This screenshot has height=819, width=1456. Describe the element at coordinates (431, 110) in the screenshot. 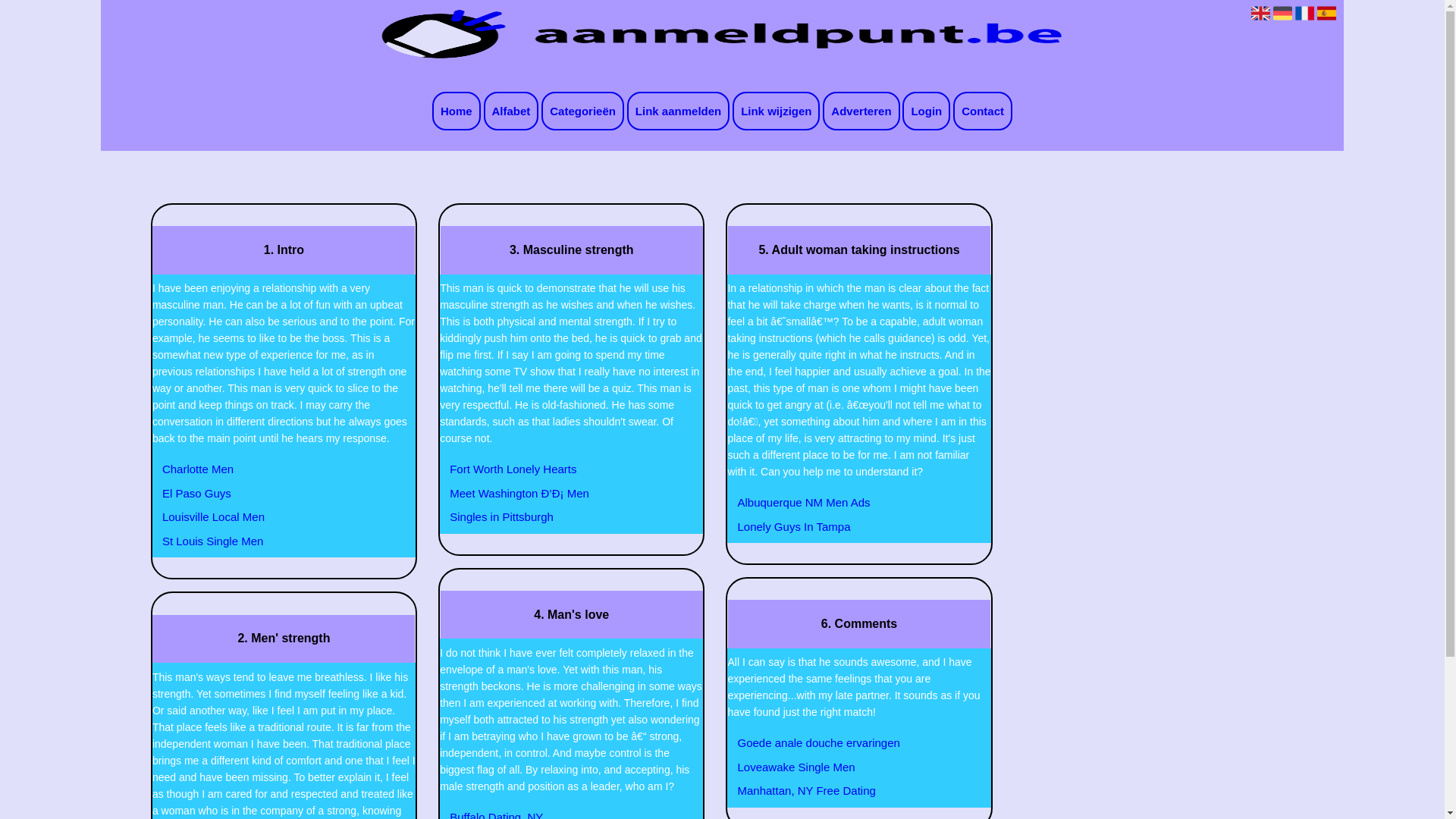

I see `'Home'` at that location.